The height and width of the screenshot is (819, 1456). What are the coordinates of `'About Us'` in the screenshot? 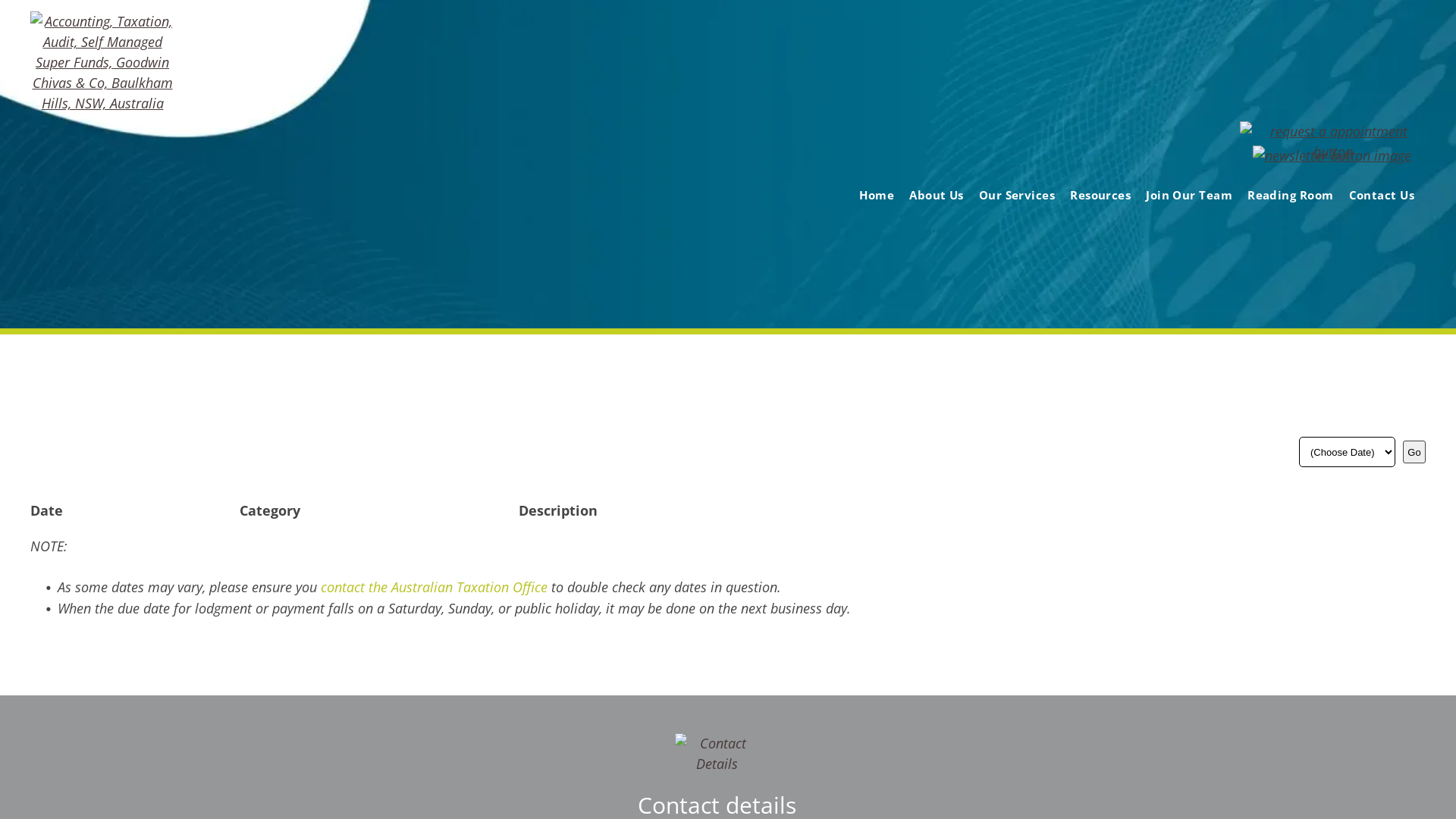 It's located at (902, 194).